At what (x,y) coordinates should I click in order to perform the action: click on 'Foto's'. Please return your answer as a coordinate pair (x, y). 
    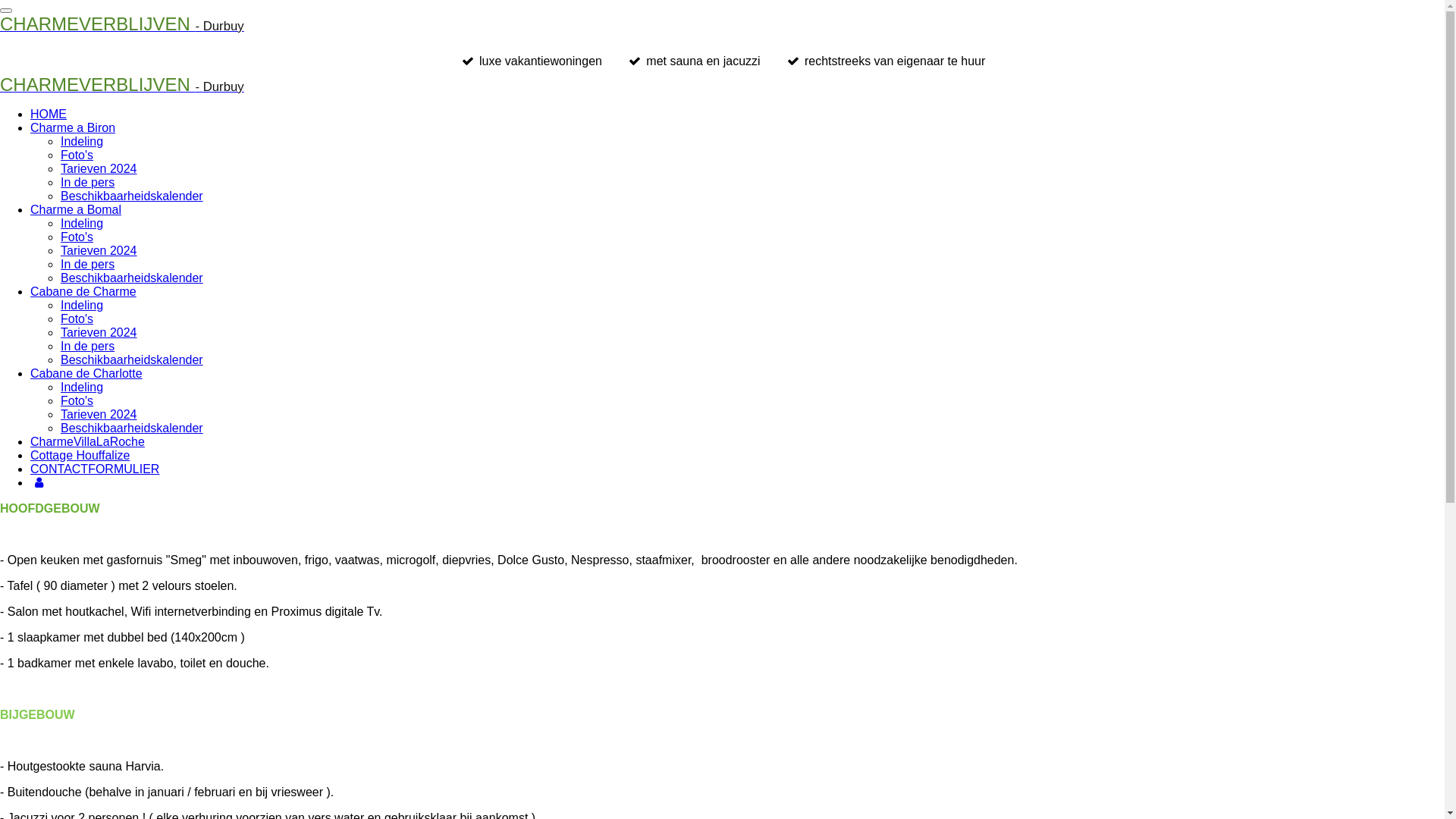
    Looking at the image, I should click on (61, 318).